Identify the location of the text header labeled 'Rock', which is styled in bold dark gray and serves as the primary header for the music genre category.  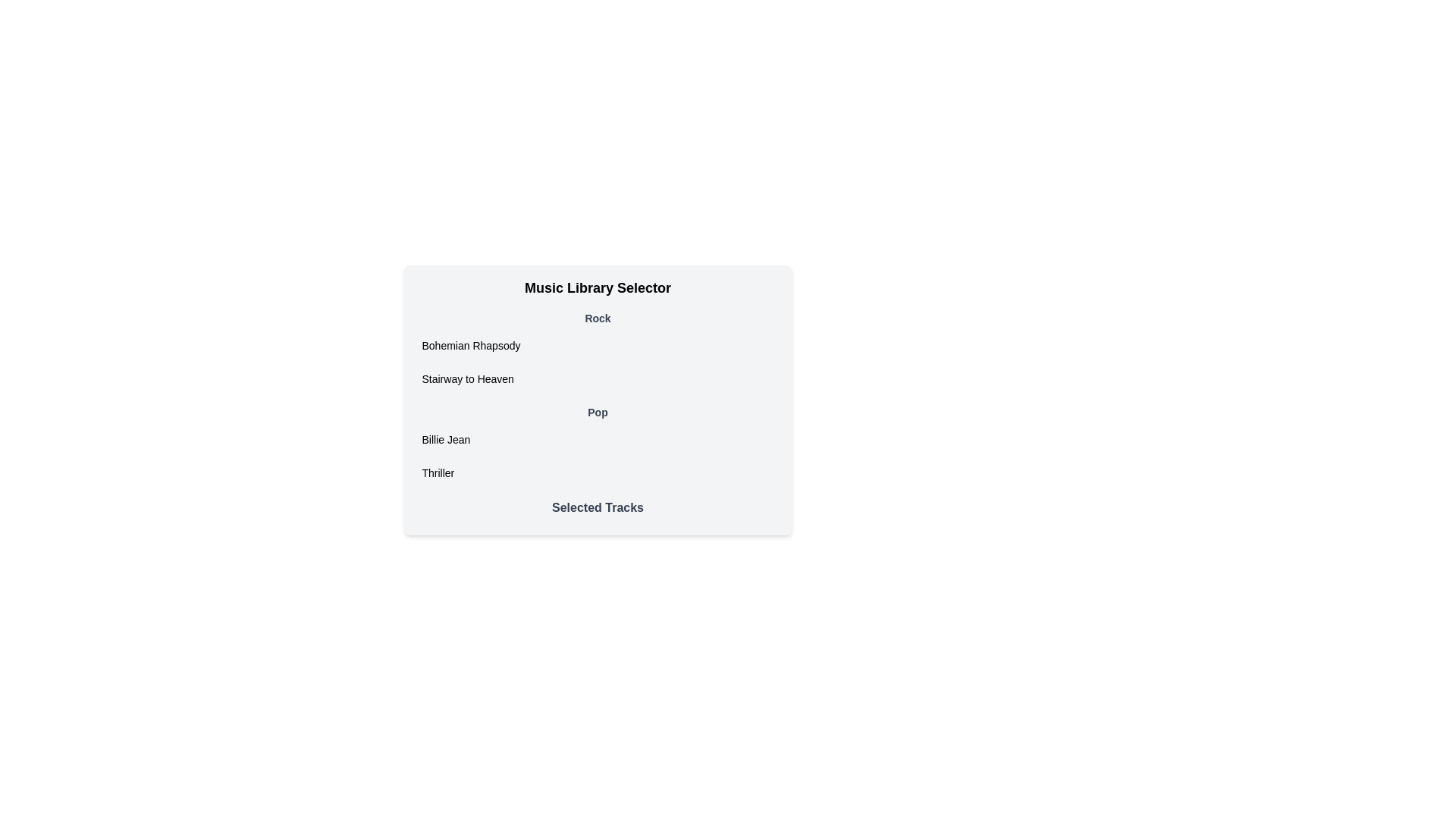
(597, 318).